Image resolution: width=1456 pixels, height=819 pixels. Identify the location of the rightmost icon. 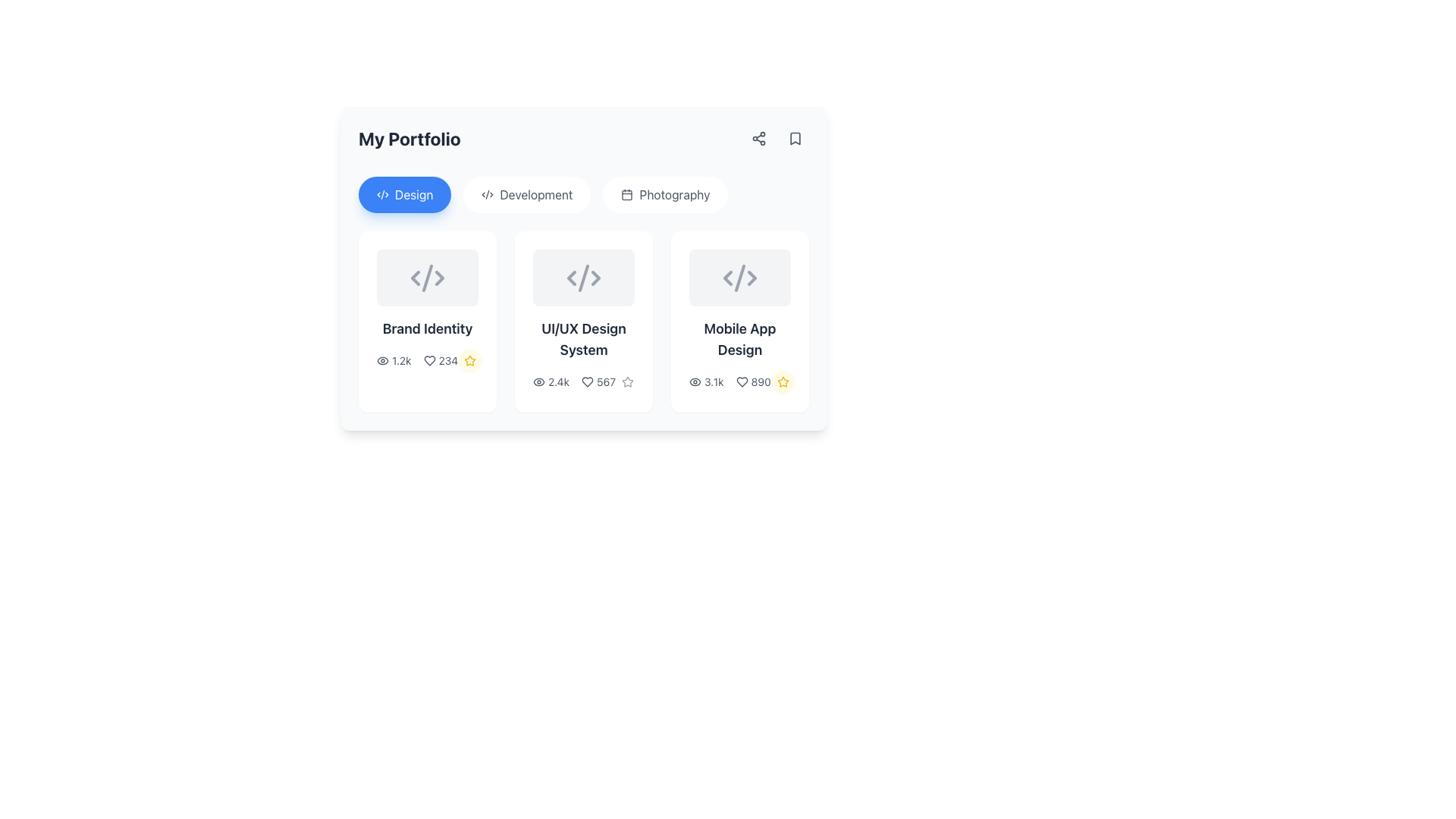
(439, 278).